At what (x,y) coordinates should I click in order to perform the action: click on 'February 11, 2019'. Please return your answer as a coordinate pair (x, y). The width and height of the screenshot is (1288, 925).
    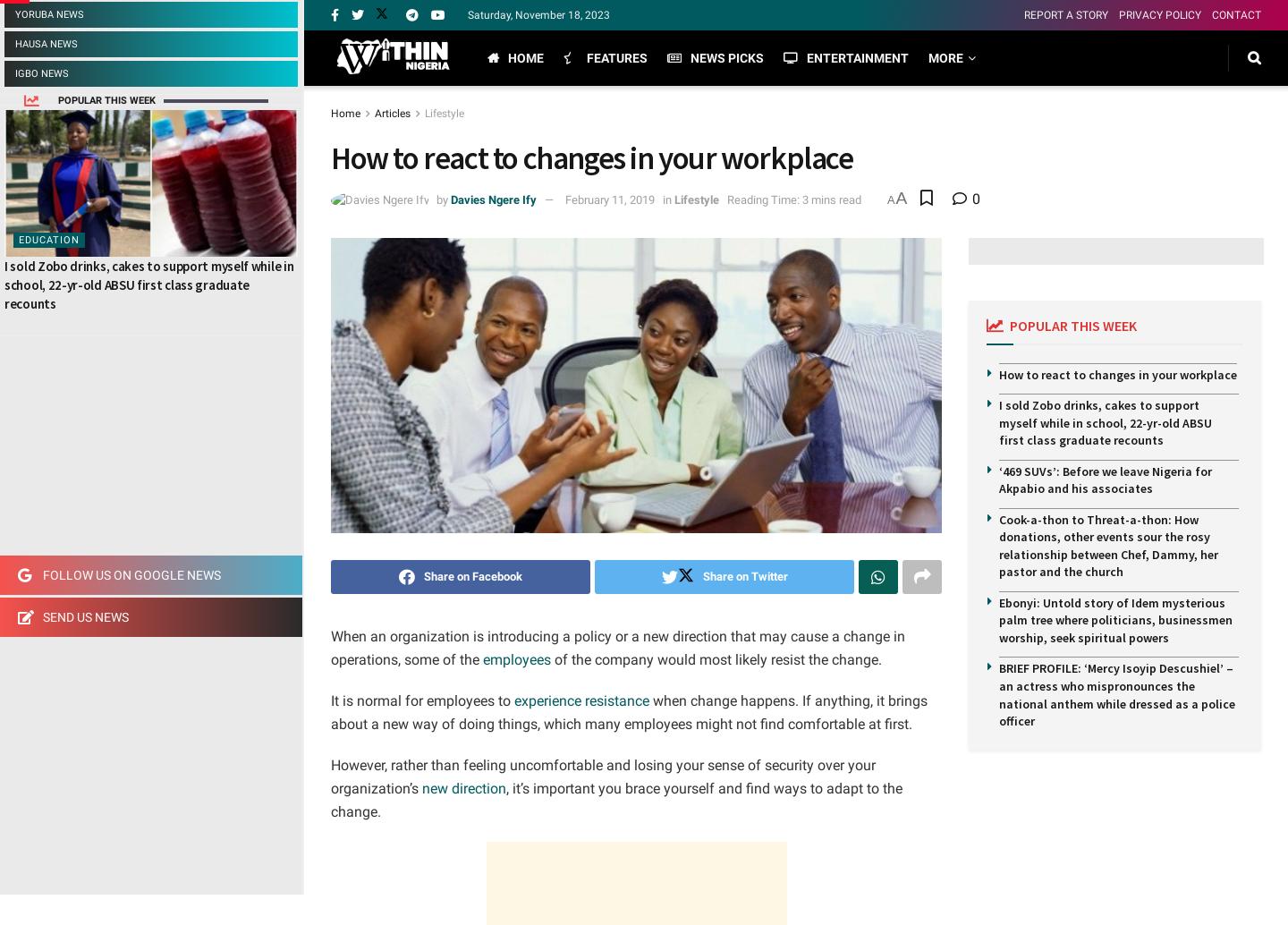
    Looking at the image, I should click on (609, 199).